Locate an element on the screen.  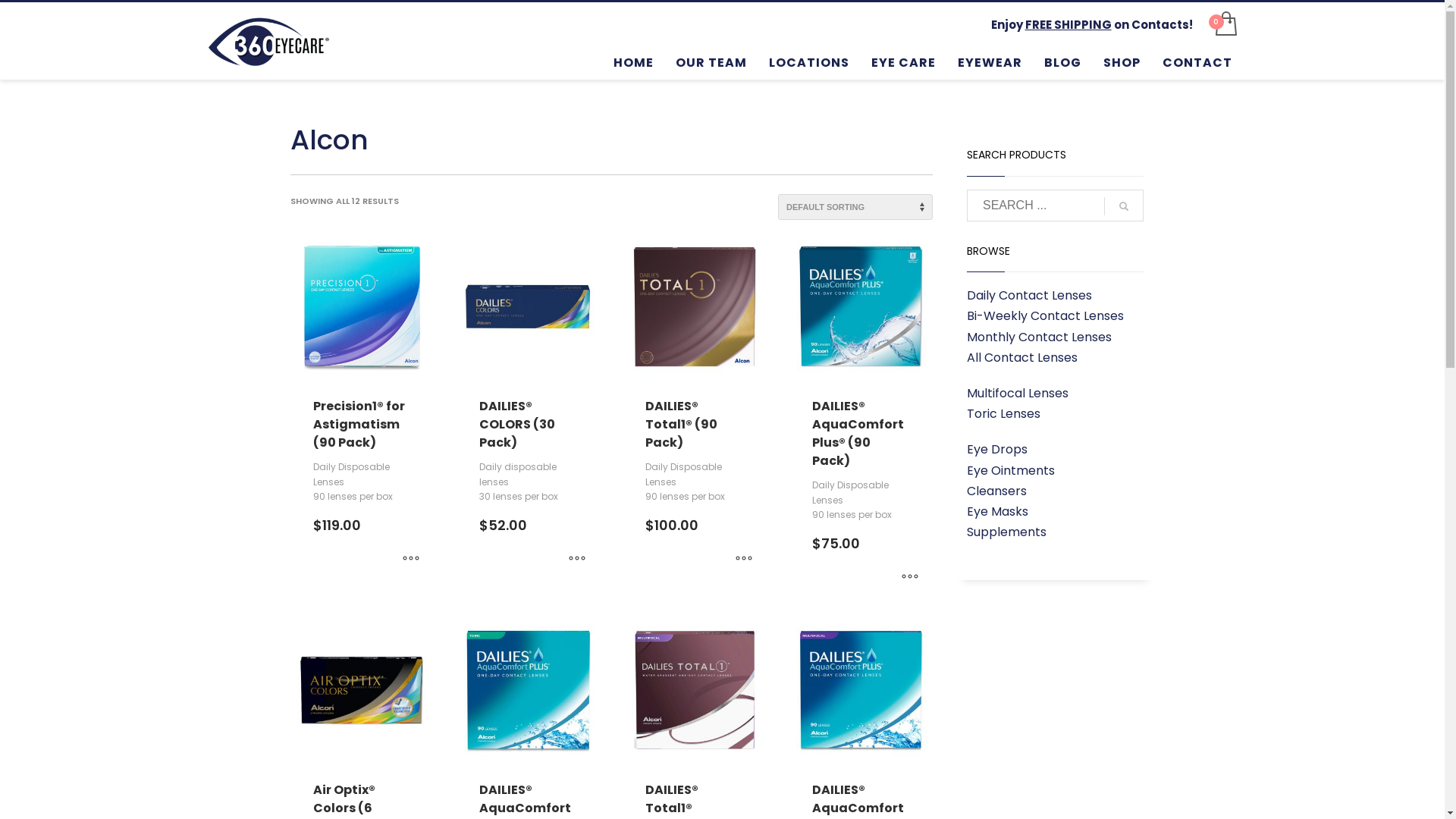
'BLOG' is located at coordinates (1062, 61).